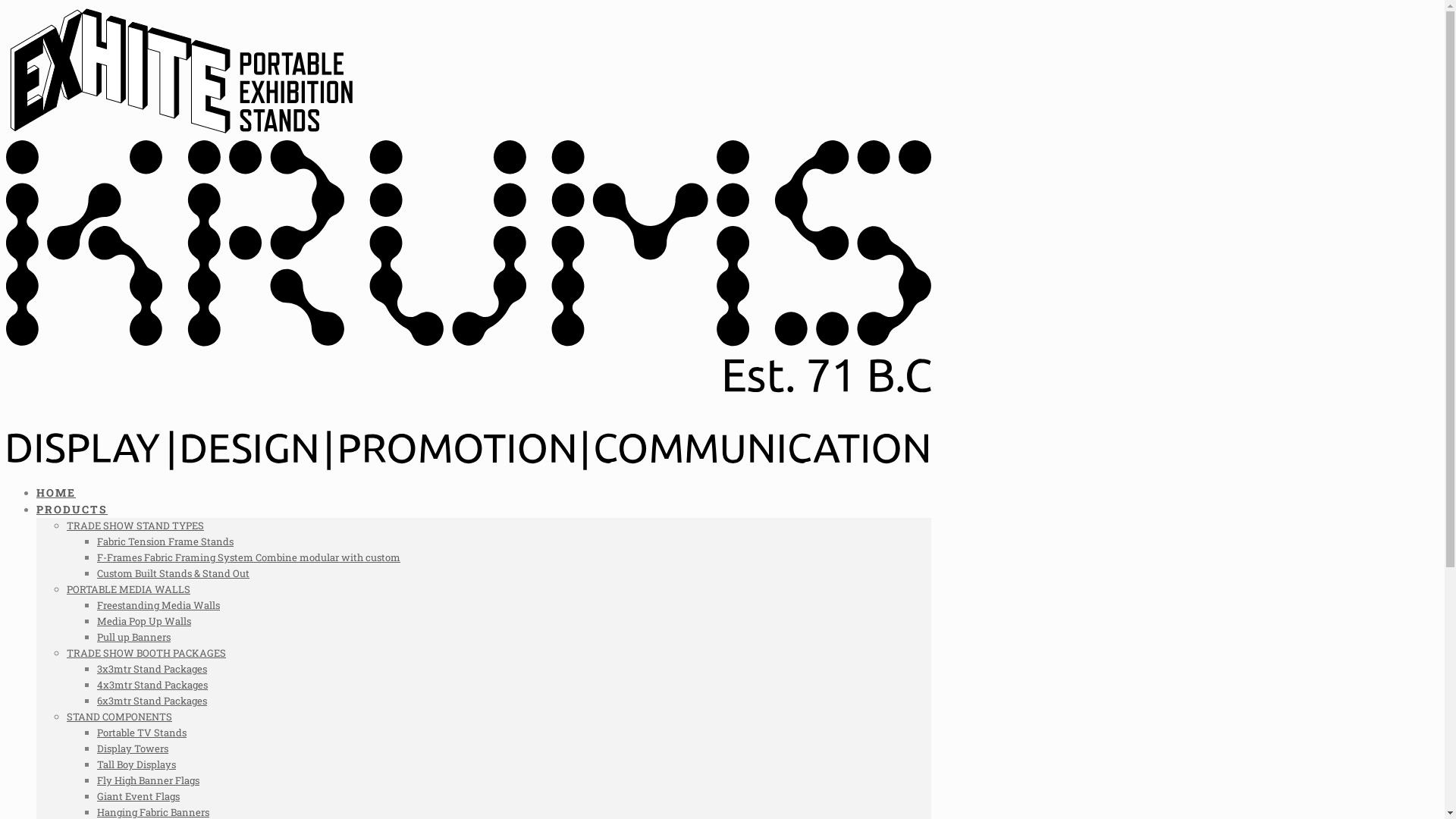 The height and width of the screenshot is (819, 1456). Describe the element at coordinates (146, 651) in the screenshot. I see `'TRADE SHOW BOOTH PACKAGES'` at that location.